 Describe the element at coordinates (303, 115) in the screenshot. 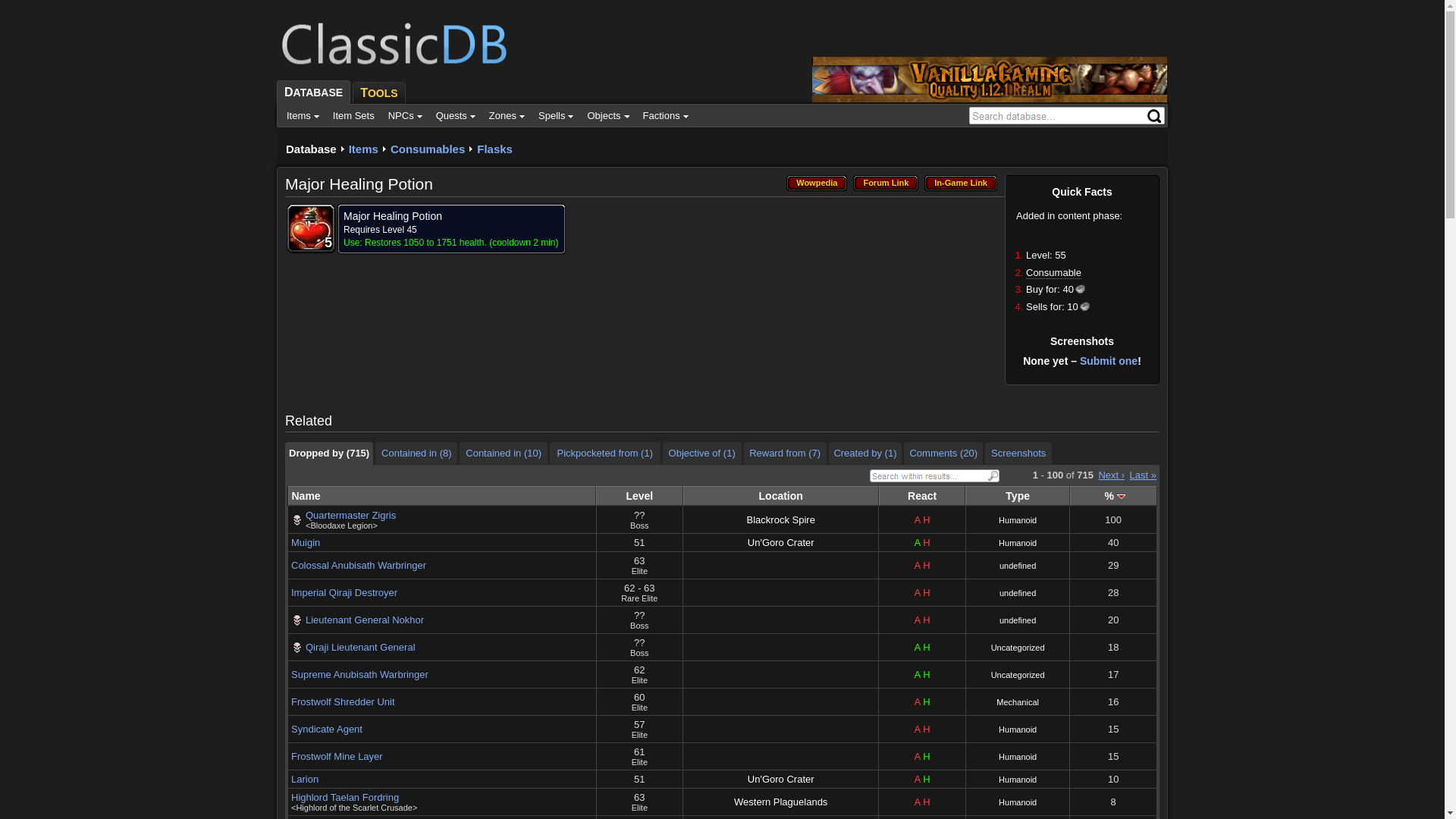

I see `'Items'` at that location.